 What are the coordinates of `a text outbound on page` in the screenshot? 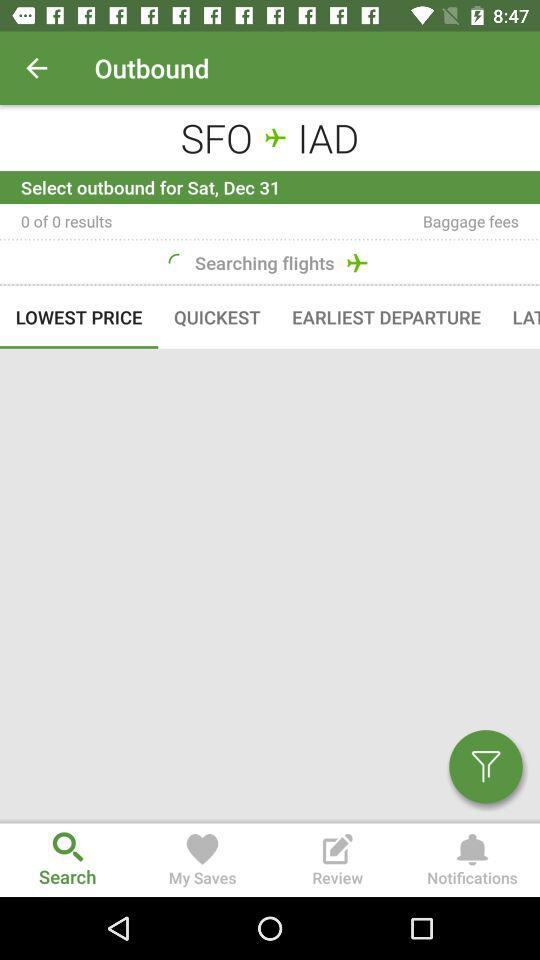 It's located at (189, 68).